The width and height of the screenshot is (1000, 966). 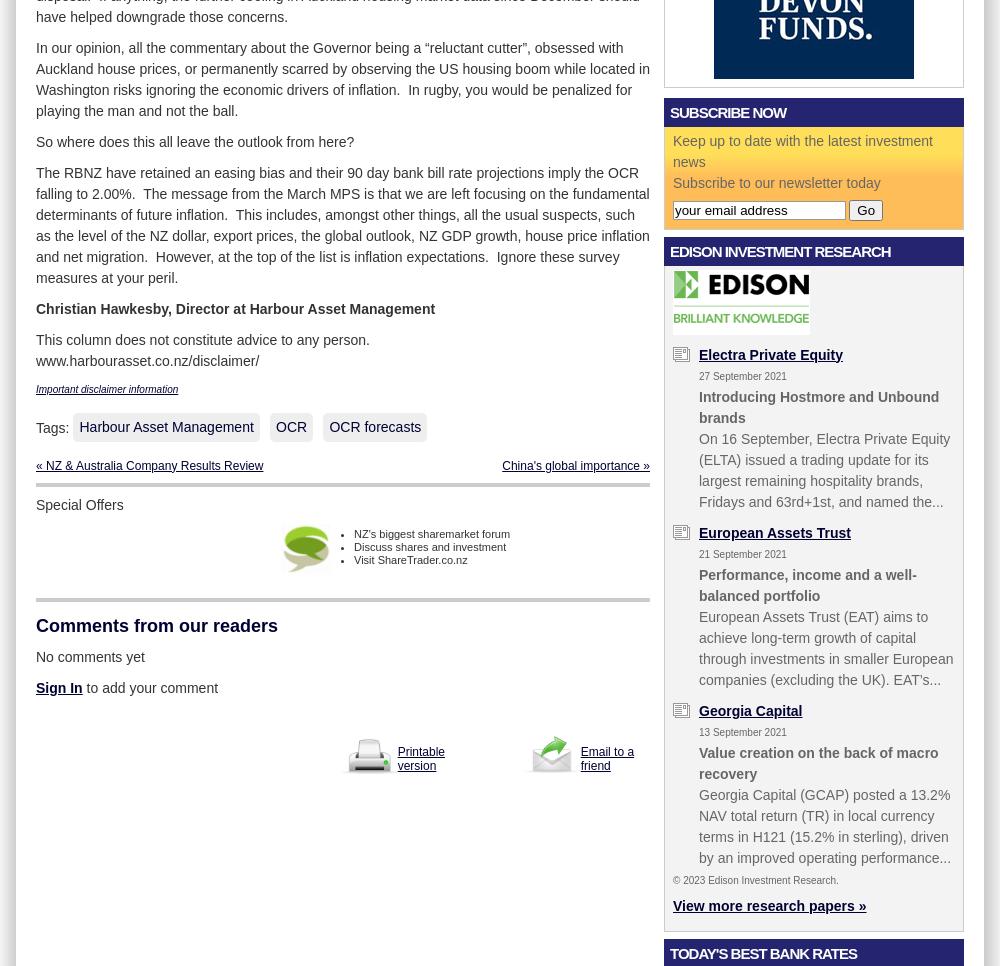 I want to click on 'Performance, income and a well-balanced portfolio', so click(x=807, y=583).